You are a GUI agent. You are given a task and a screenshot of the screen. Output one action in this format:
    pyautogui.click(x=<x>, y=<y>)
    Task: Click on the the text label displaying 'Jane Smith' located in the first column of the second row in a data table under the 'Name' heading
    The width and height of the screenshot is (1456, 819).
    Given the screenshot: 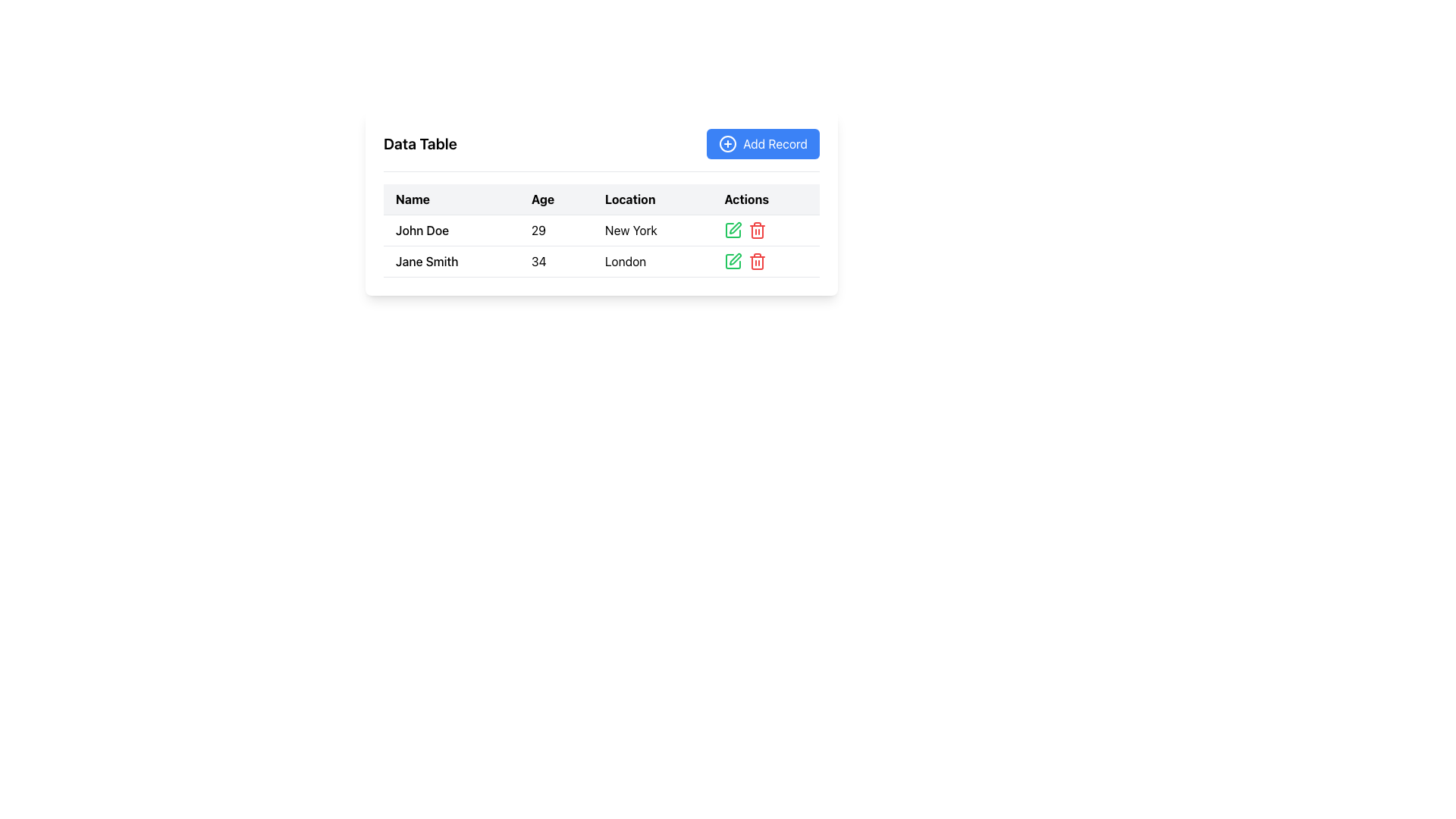 What is the action you would take?
    pyautogui.click(x=450, y=260)
    